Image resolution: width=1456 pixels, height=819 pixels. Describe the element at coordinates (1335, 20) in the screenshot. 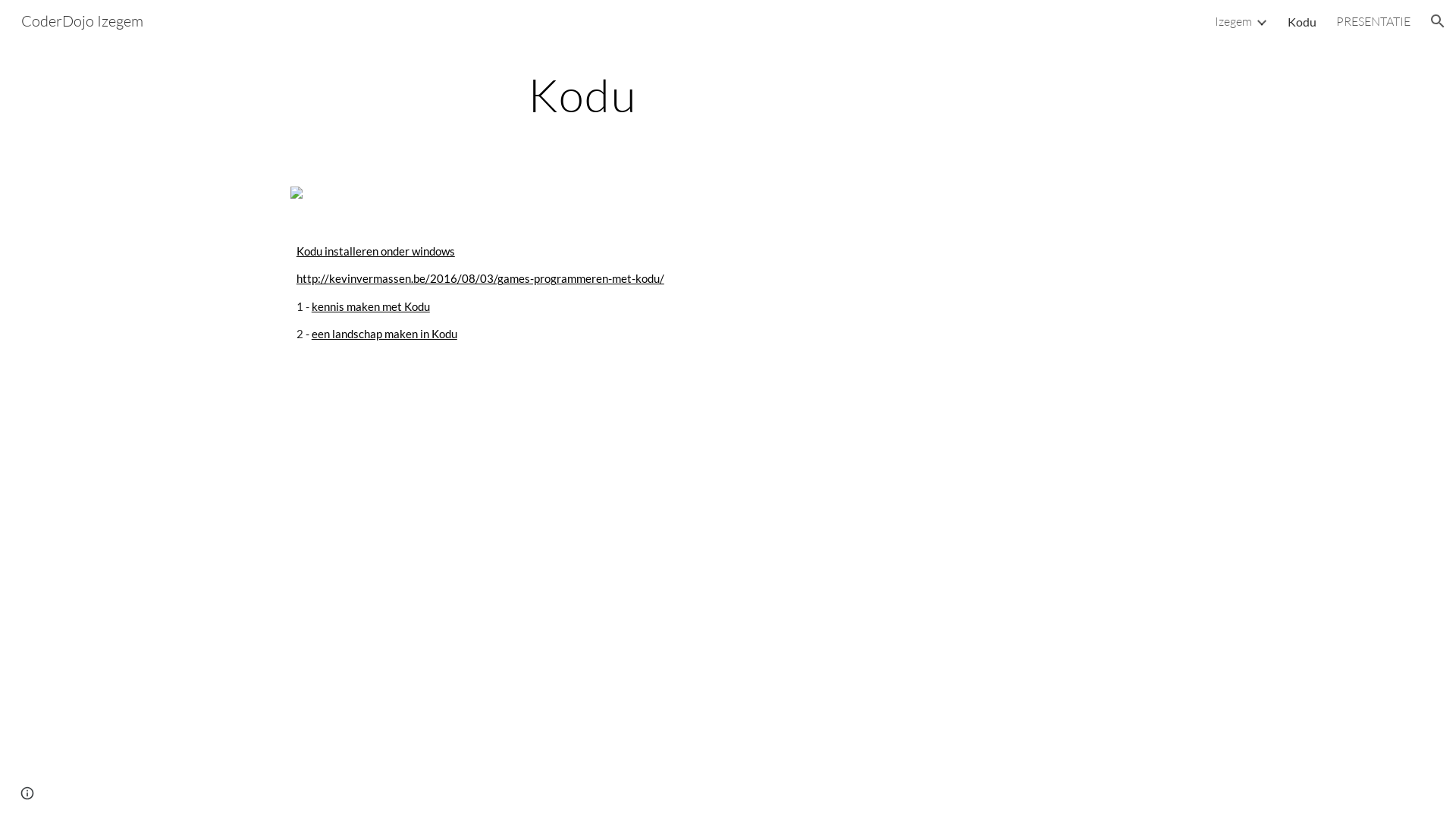

I see `'PRESENTATIE'` at that location.